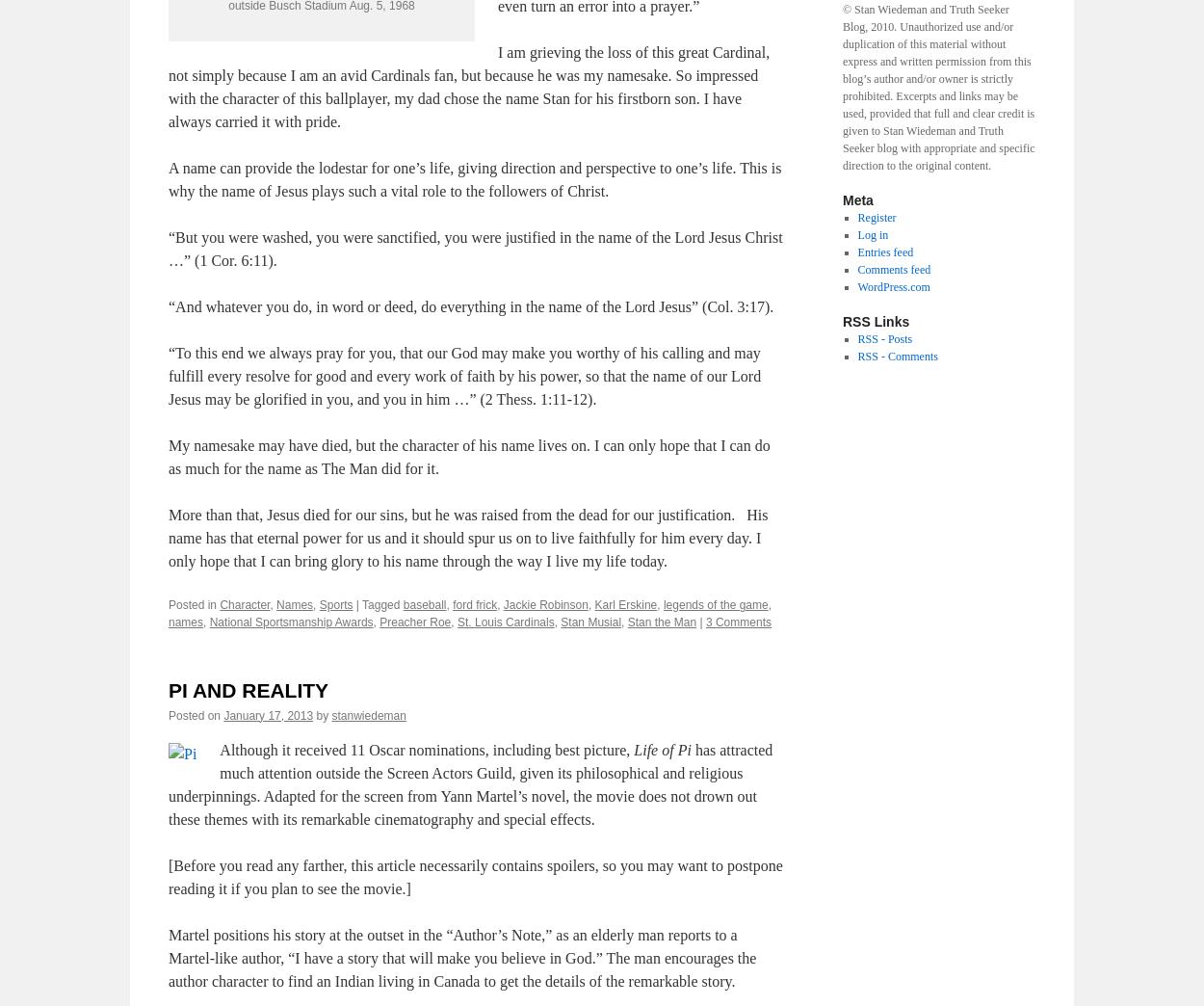  Describe the element at coordinates (380, 604) in the screenshot. I see `'Tagged'` at that location.